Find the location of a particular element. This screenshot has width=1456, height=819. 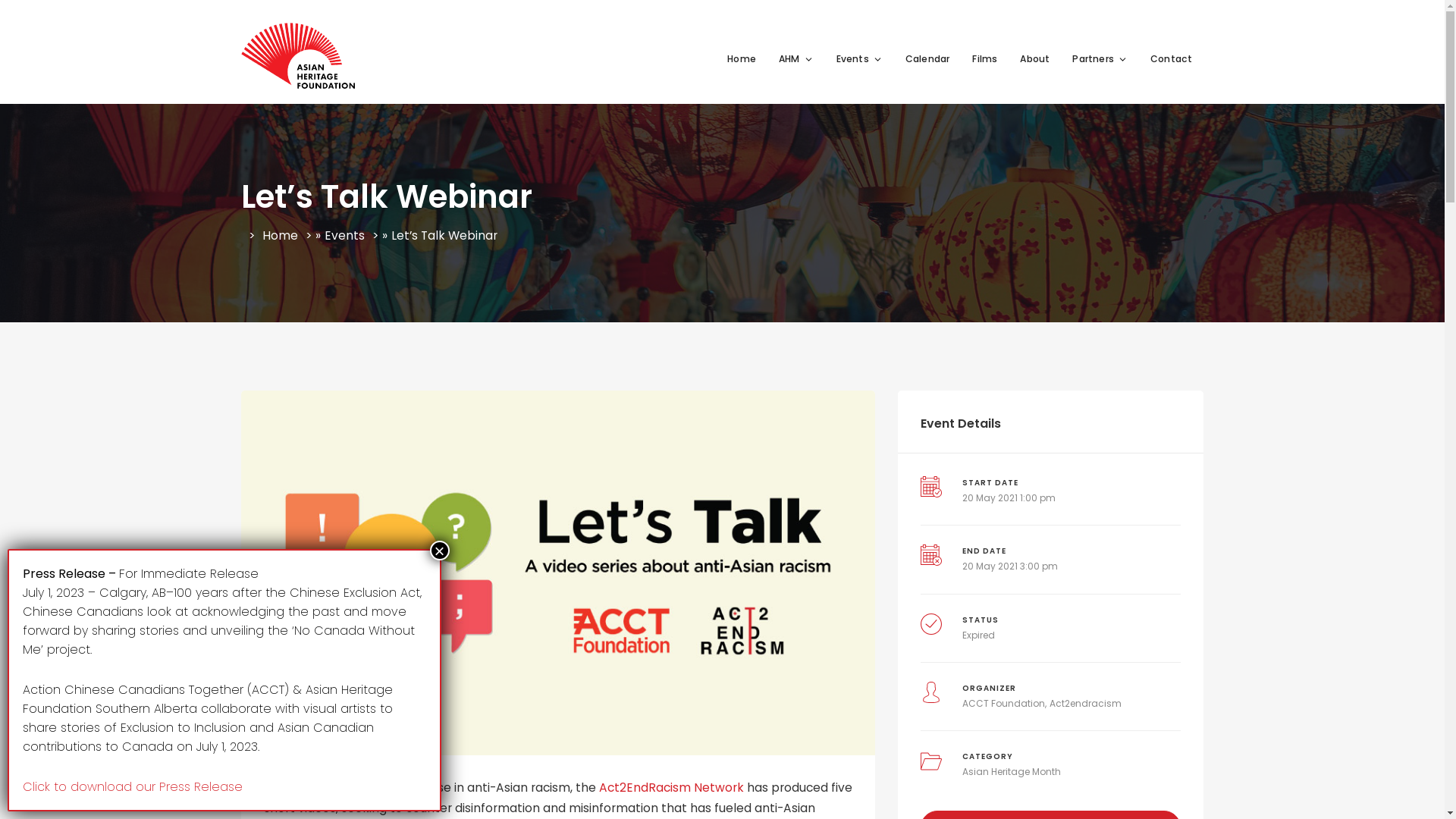

'ACCT Foundation' is located at coordinates (1003, 703).